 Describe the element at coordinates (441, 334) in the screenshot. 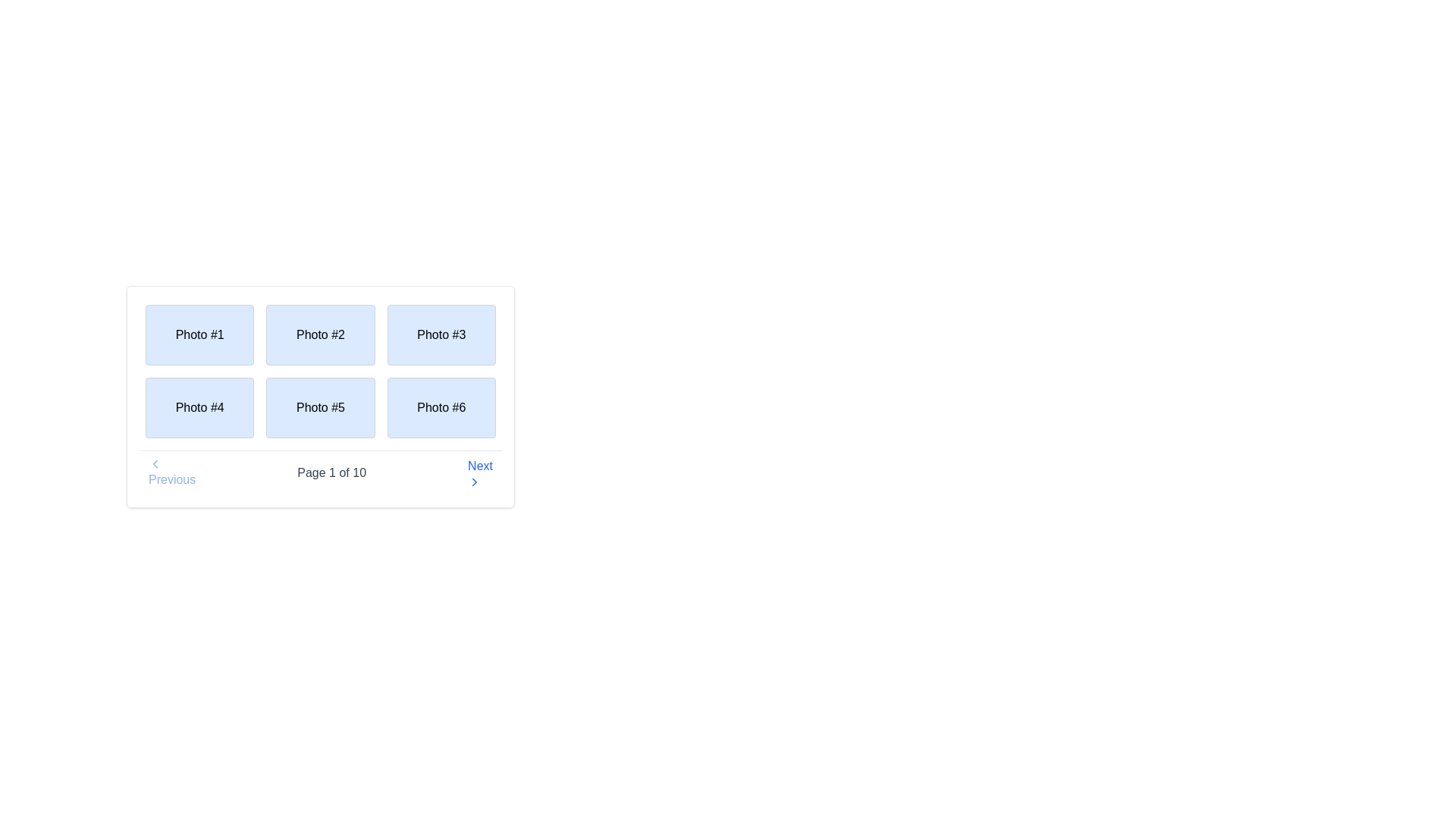

I see `the button labeled 'Photo #3', which is a rectangular button with a light blue background and centered black text, located in the first row, third column of a grid layout` at that location.